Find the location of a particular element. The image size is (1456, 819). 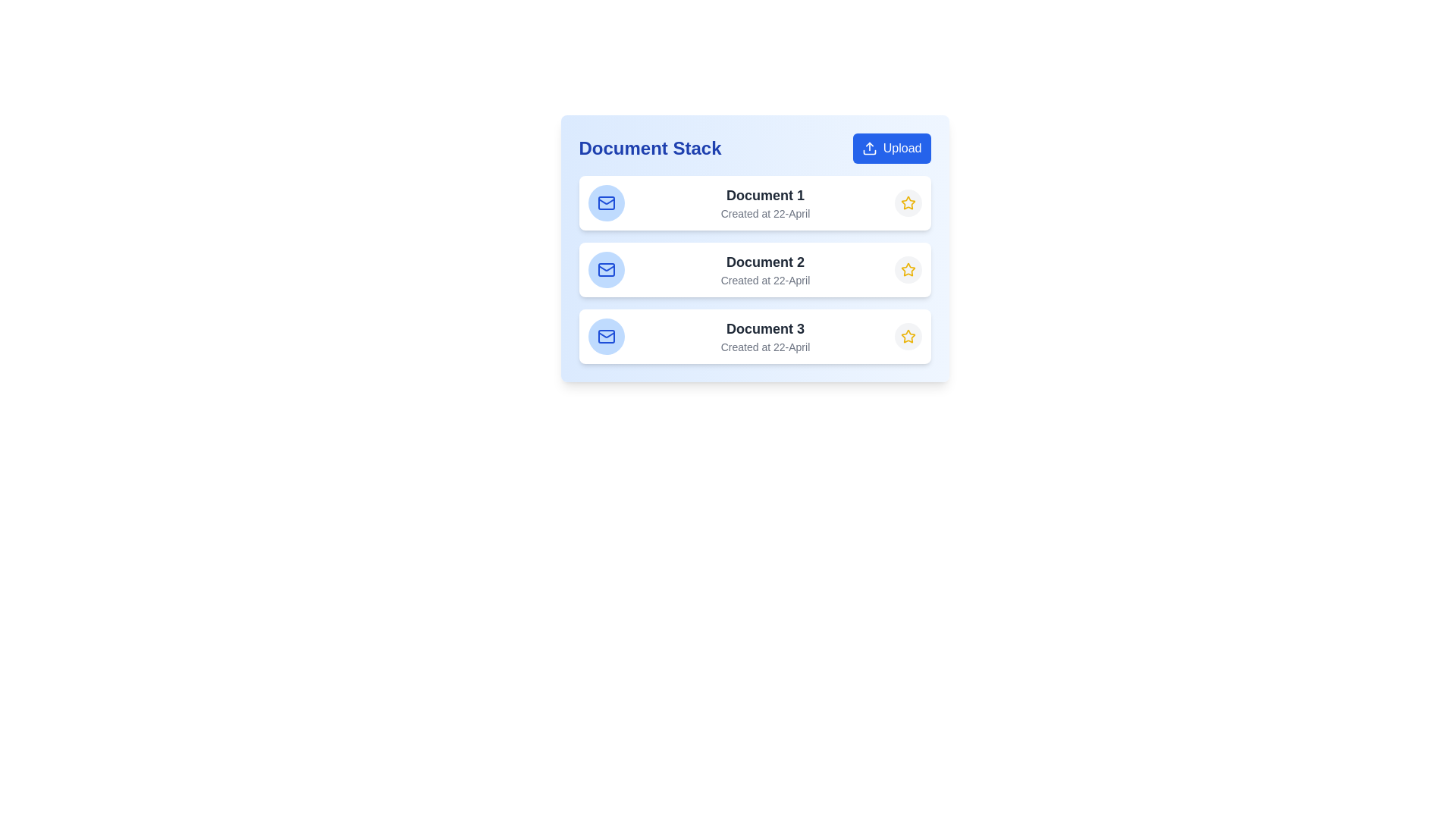

the decorative rectangle with rounded corners located centrally within the envelope-shaped icon, which is the first icon representing Document 1 is located at coordinates (605, 268).